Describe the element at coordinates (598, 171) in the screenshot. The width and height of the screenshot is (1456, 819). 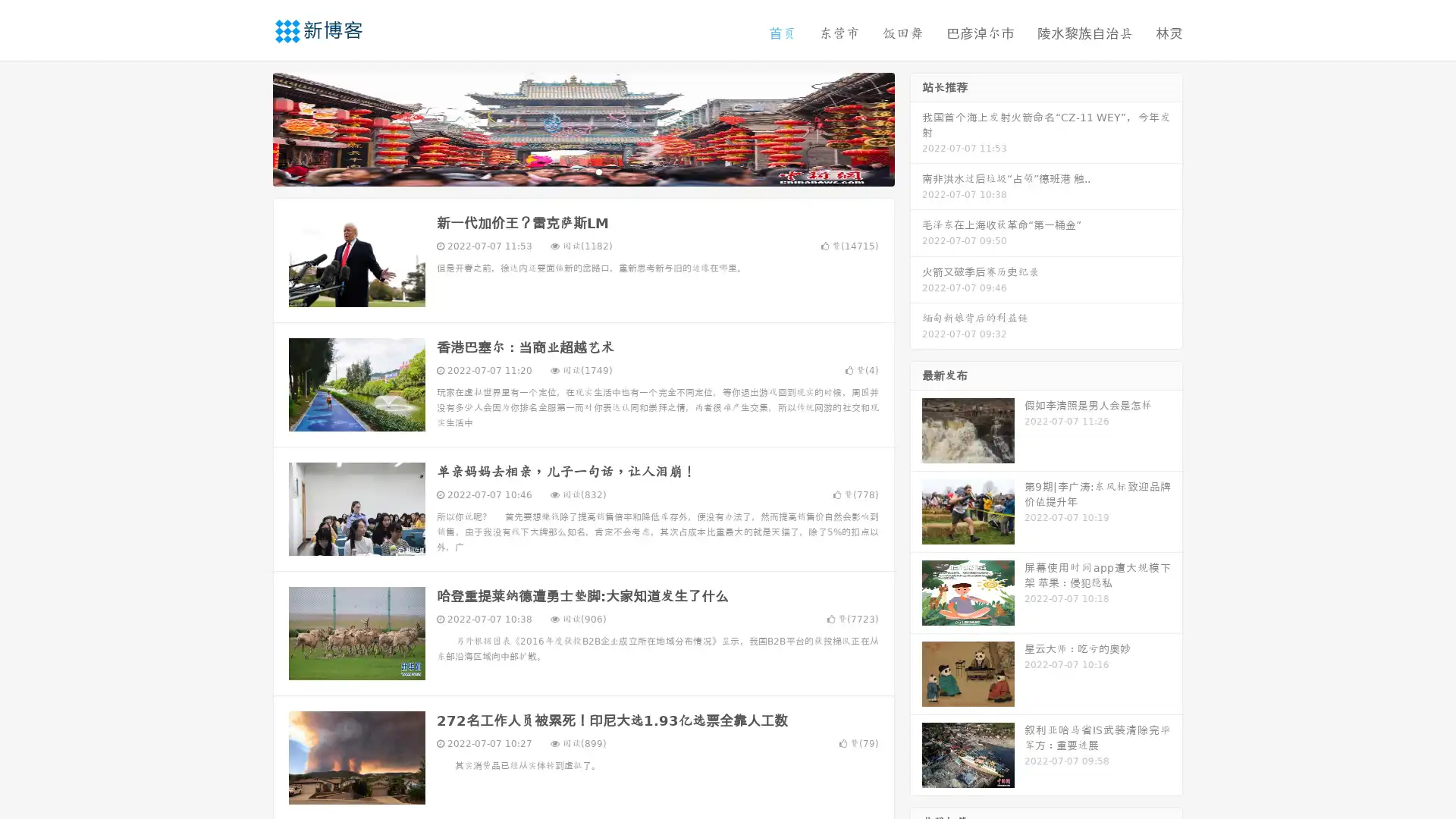
I see `Go to slide 3` at that location.